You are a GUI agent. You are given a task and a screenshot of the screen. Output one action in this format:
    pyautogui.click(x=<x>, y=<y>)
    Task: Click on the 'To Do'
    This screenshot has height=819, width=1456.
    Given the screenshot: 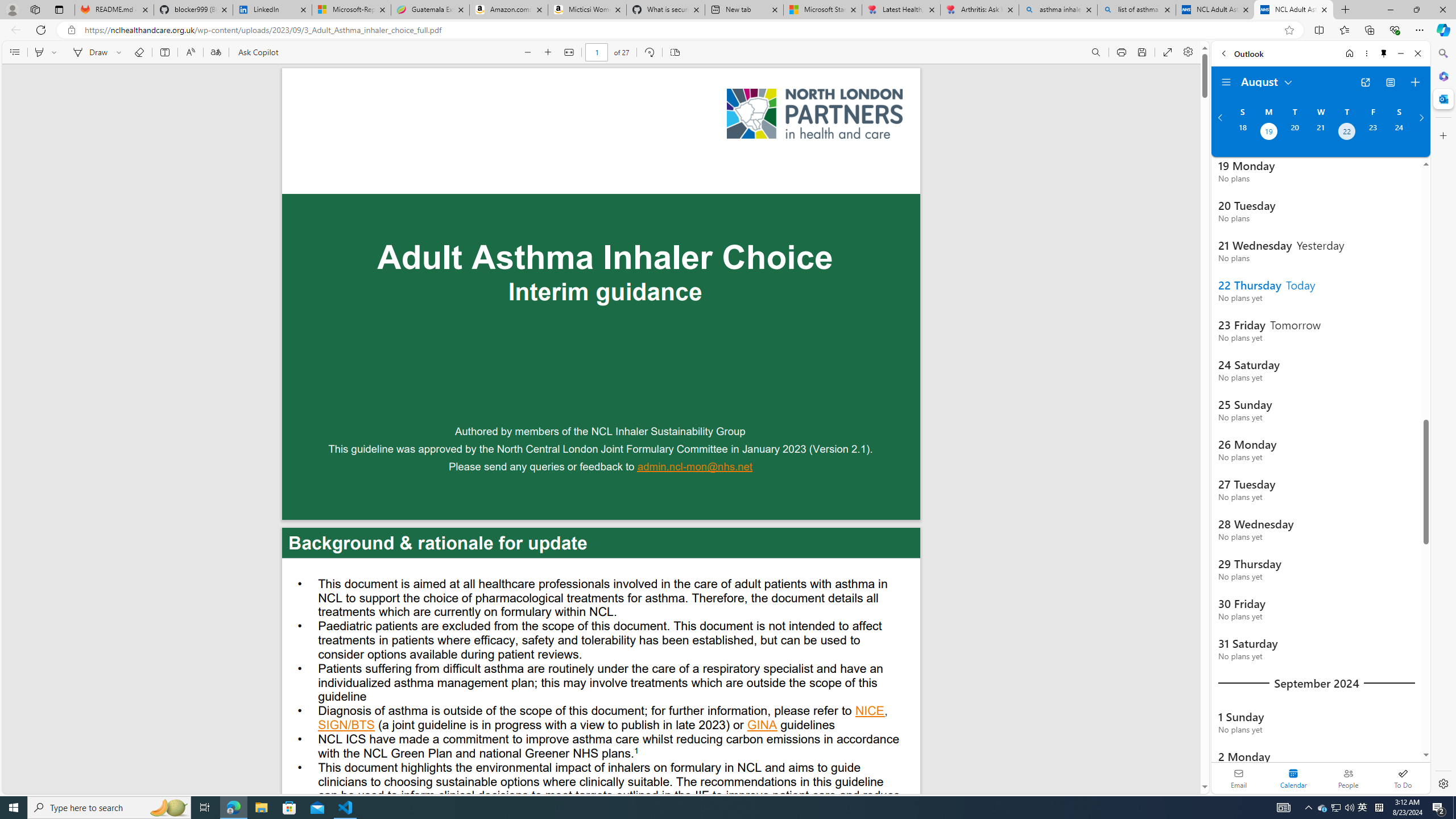 What is the action you would take?
    pyautogui.click(x=1403, y=777)
    